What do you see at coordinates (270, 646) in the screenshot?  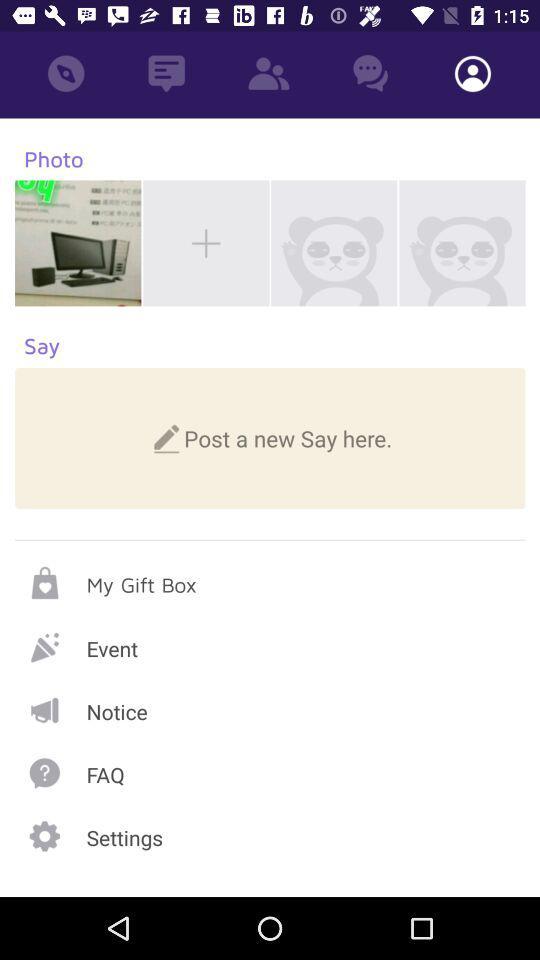 I see `event` at bounding box center [270, 646].